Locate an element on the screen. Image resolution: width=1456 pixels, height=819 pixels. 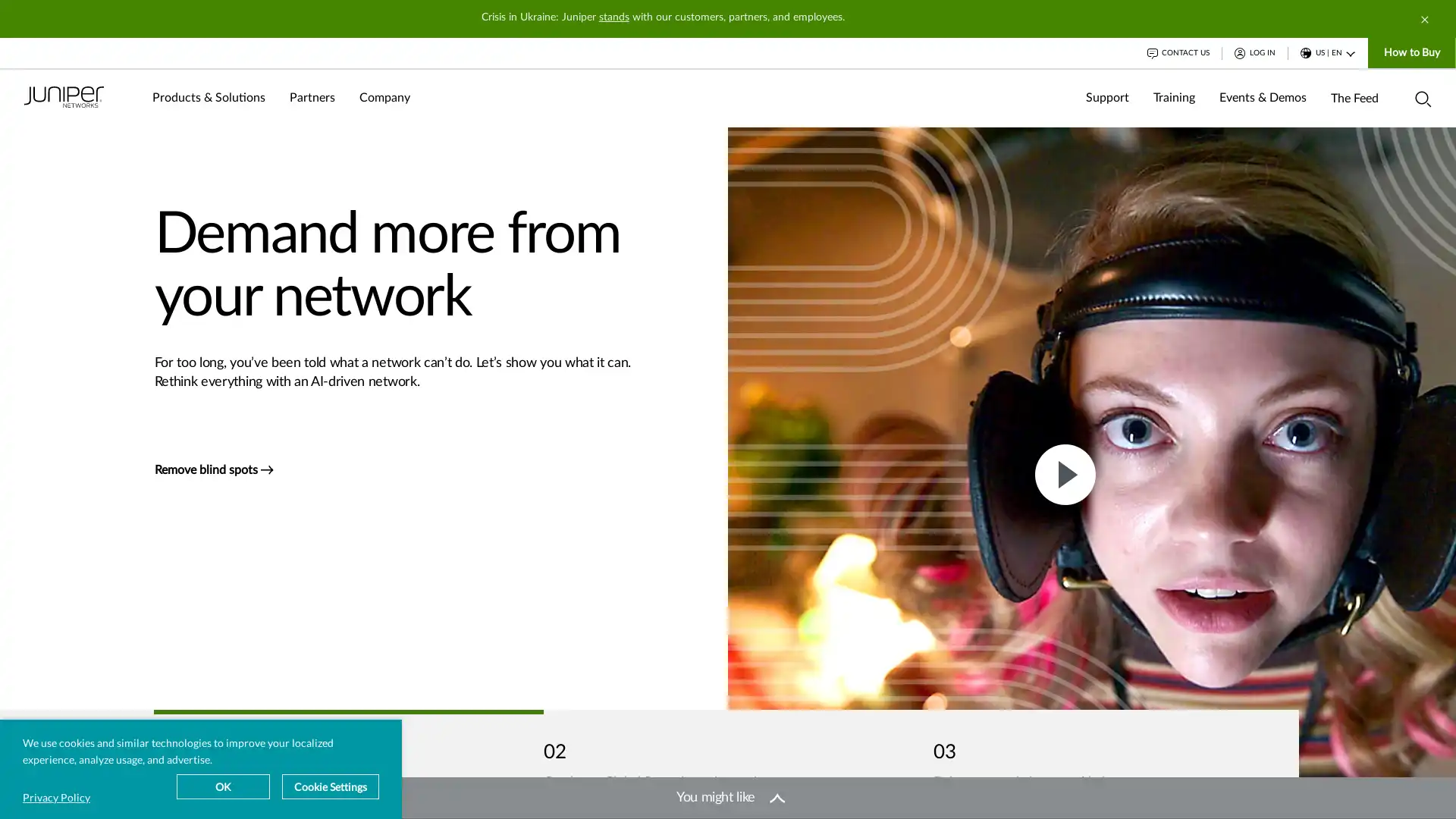
LOG IN is located at coordinates (1255, 52).